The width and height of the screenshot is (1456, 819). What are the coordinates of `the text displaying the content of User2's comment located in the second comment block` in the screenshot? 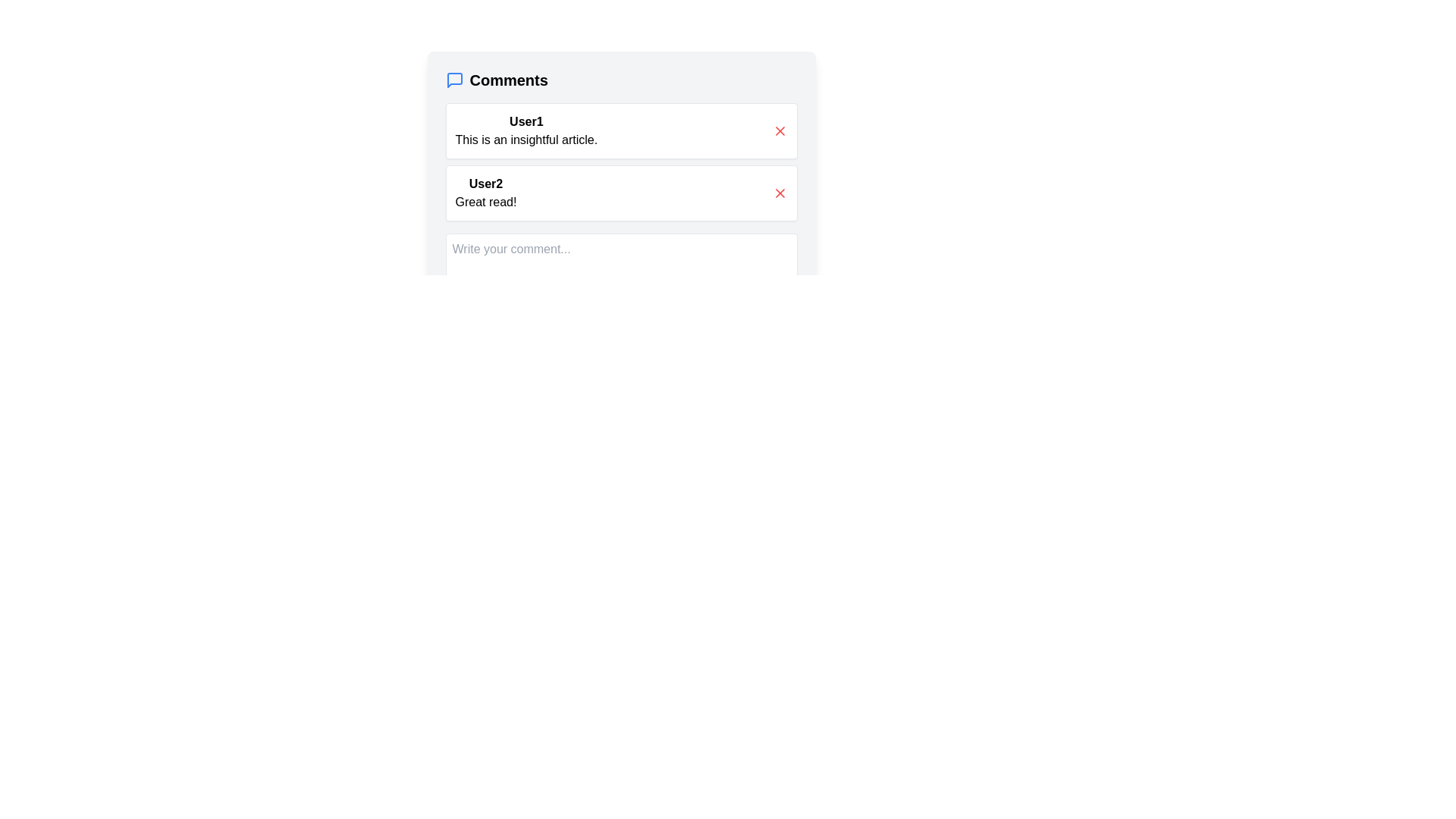 It's located at (485, 201).